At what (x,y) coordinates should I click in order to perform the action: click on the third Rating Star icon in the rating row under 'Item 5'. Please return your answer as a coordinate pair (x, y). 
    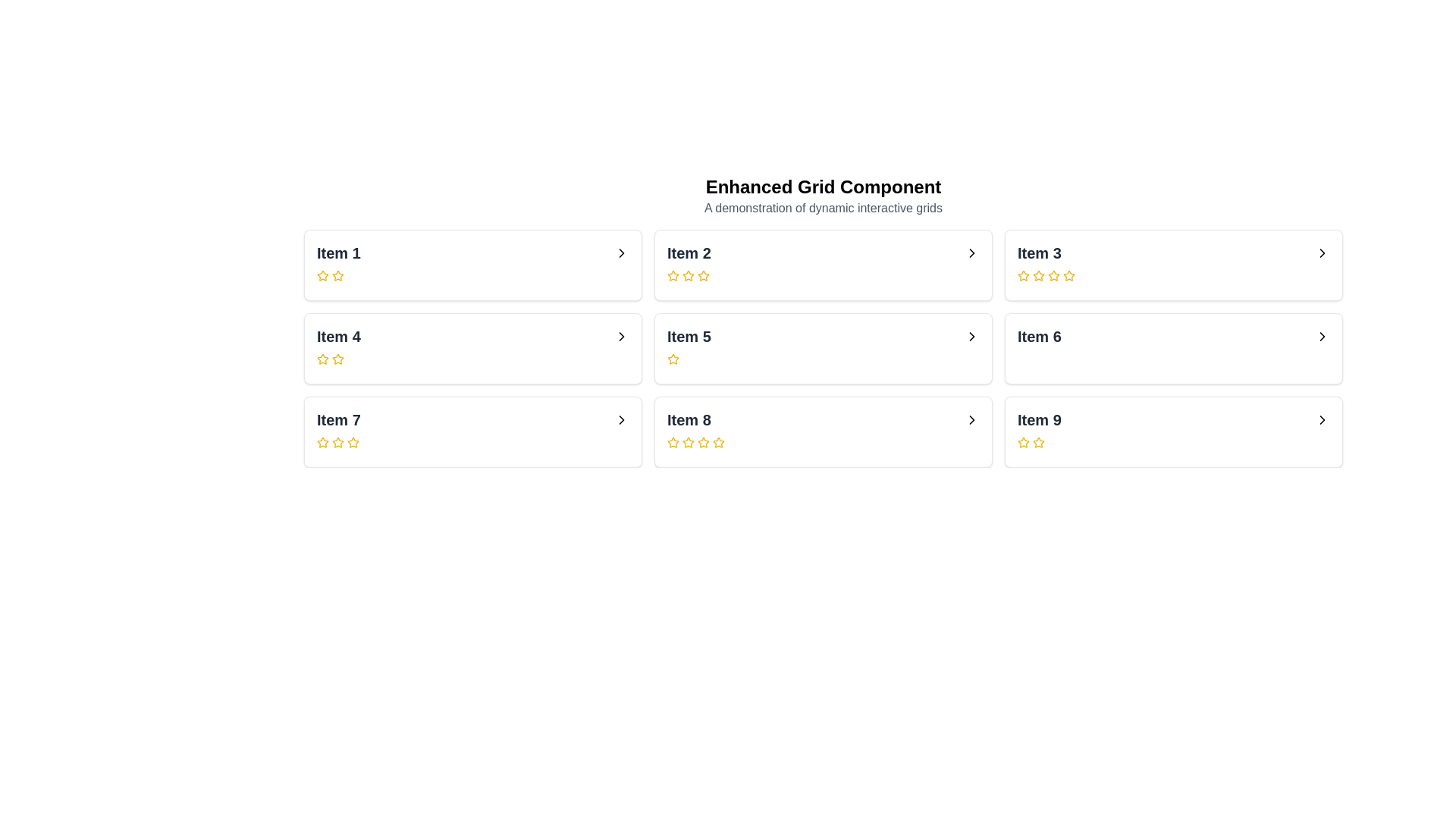
    Looking at the image, I should click on (673, 359).